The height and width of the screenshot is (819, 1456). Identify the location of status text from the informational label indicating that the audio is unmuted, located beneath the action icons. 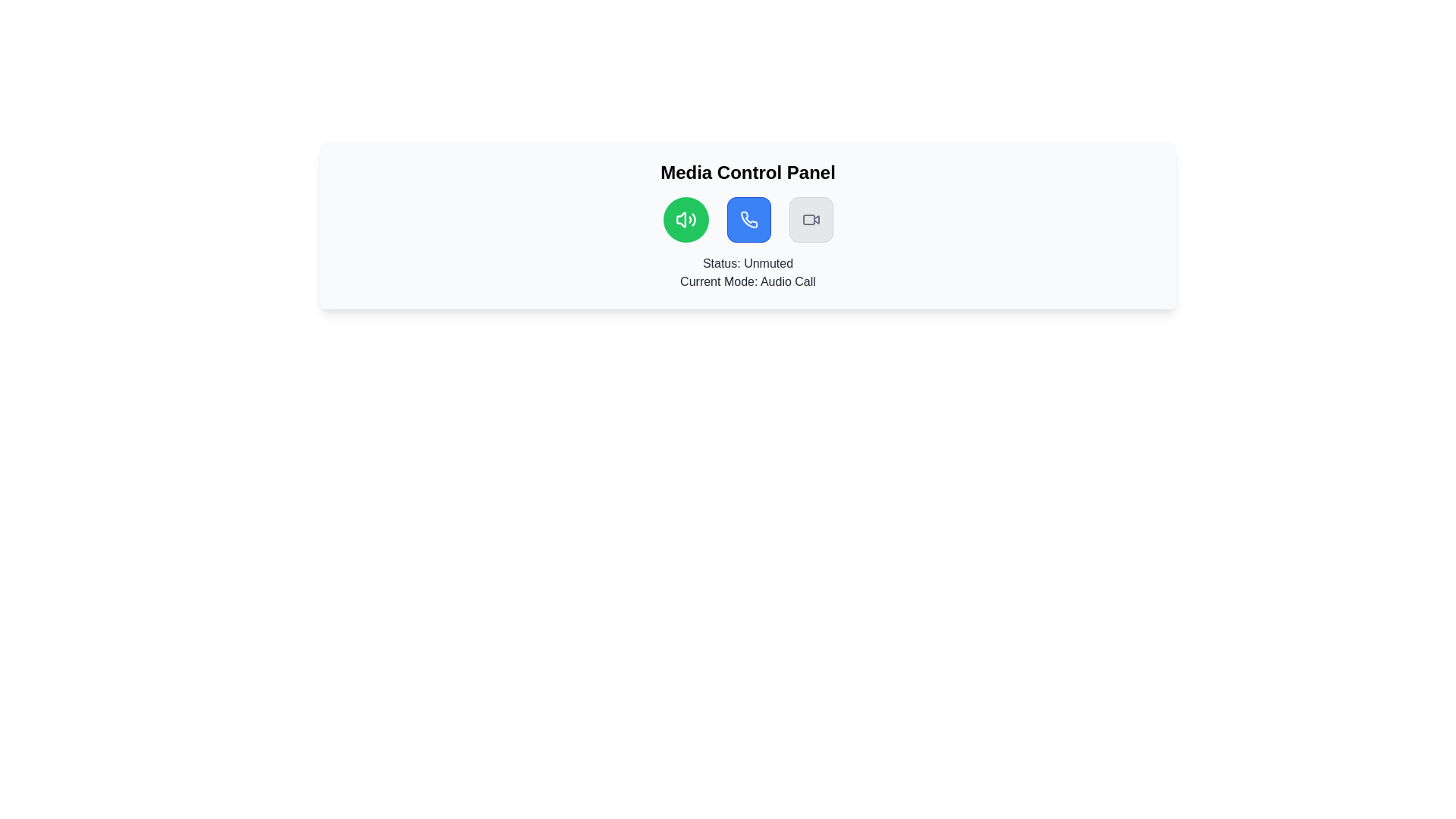
(748, 262).